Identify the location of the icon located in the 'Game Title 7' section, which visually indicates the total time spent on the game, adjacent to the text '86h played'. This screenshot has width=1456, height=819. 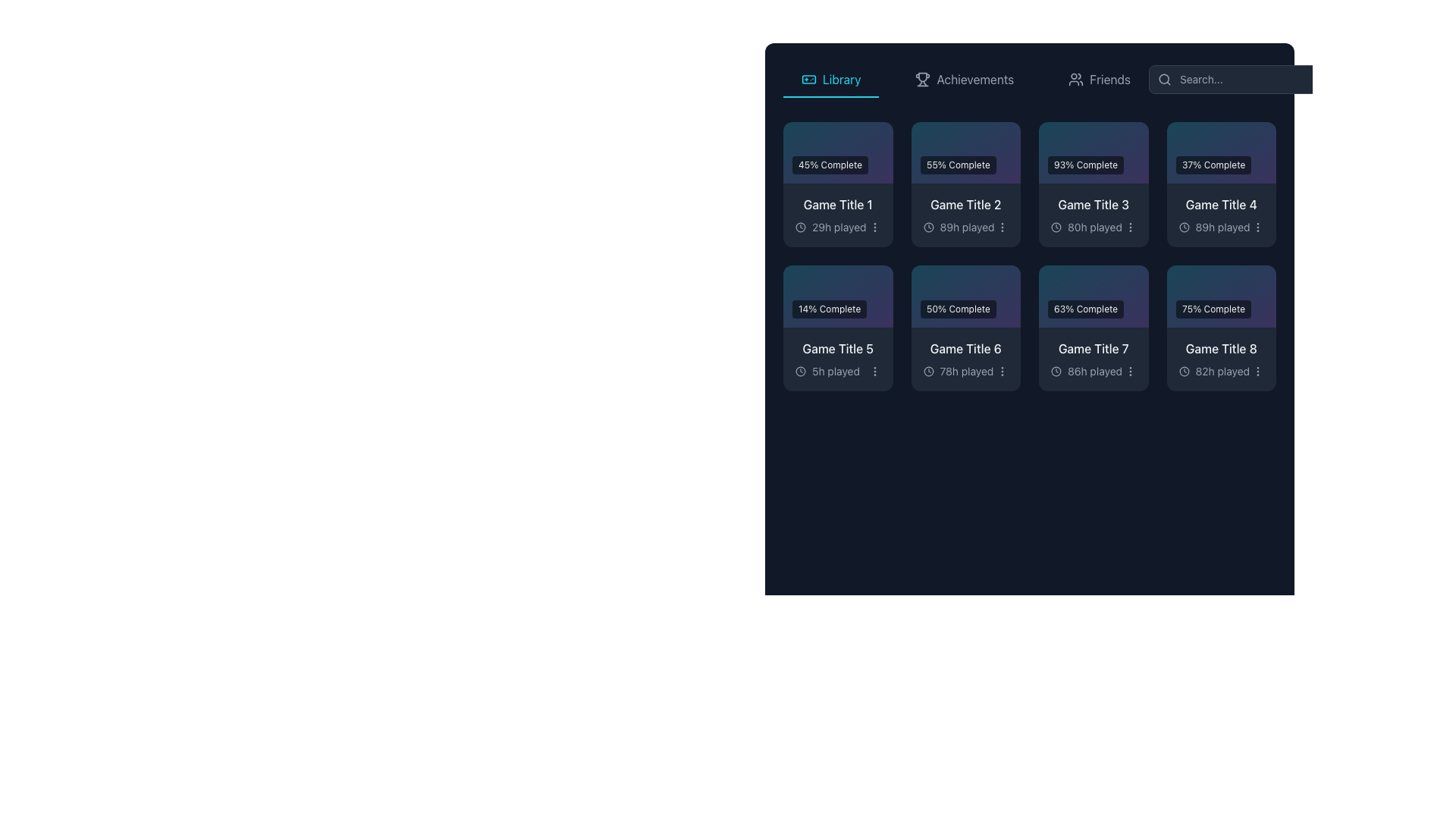
(1055, 371).